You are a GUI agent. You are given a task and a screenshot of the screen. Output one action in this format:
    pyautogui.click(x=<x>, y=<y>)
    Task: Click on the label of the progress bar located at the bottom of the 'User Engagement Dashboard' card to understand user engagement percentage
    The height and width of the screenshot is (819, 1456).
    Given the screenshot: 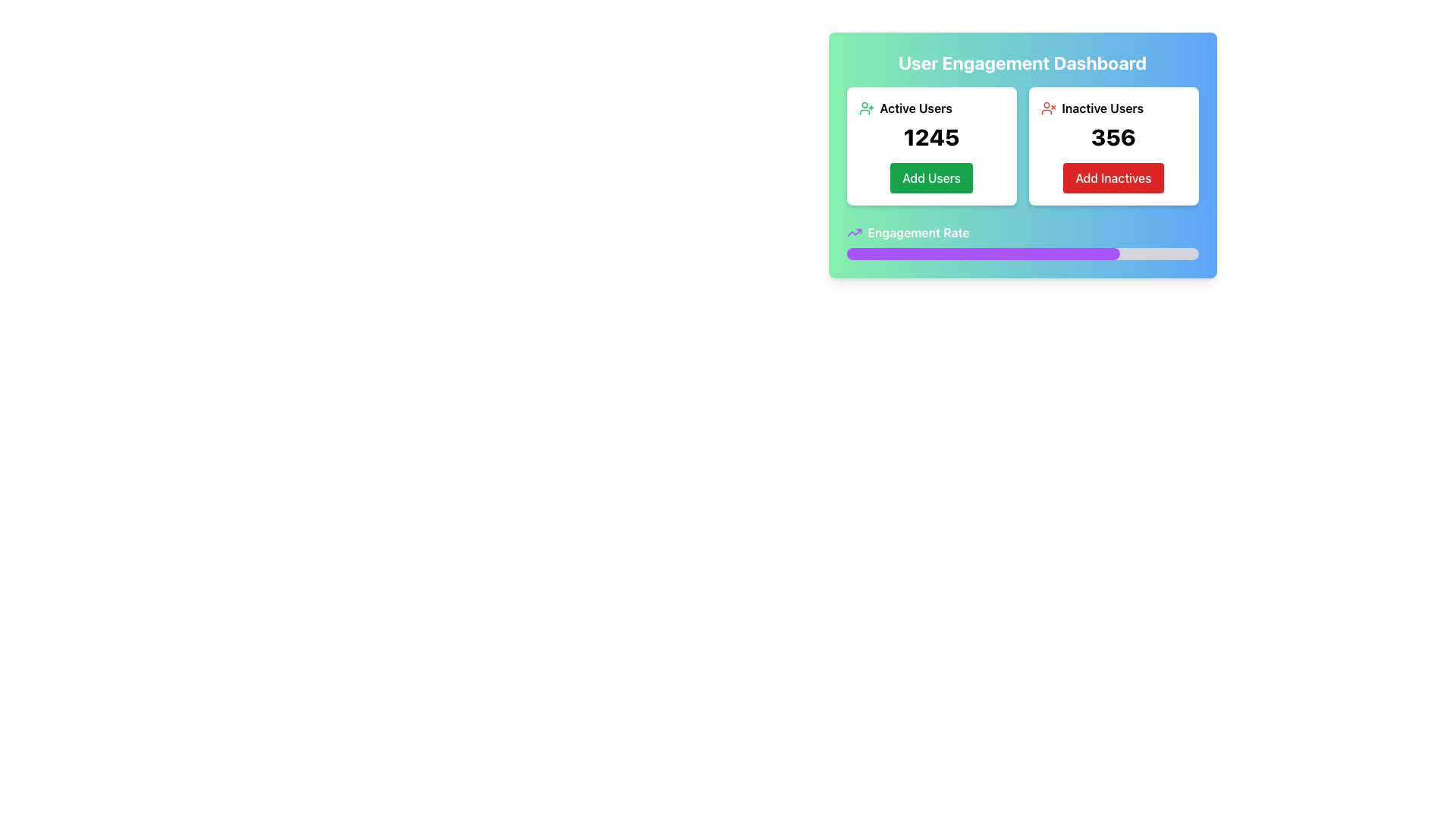 What is the action you would take?
    pyautogui.click(x=1022, y=241)
    